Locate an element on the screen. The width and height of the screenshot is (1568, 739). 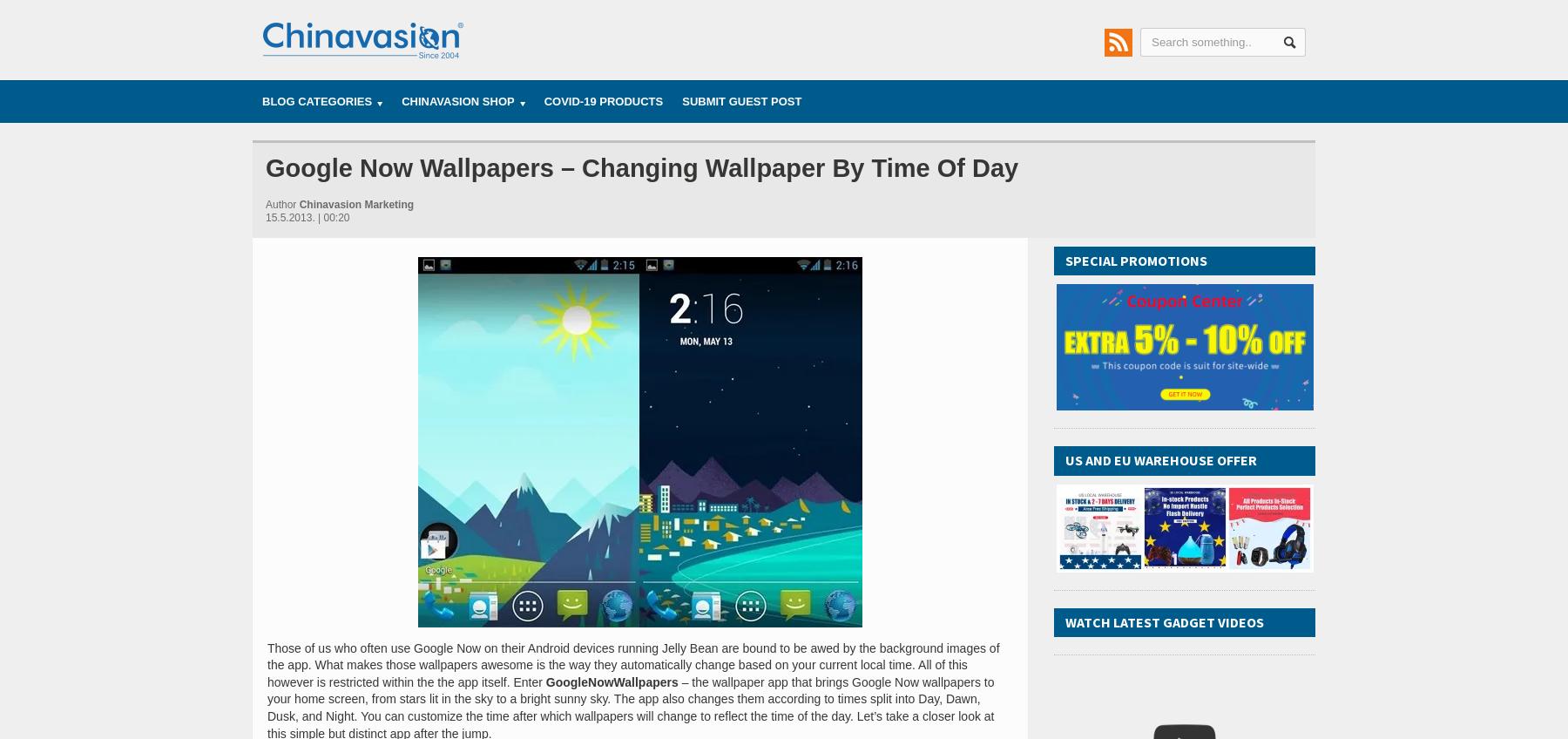
'Those of us who often use Google Now on their Android devices running Jelly Bean are bound to be awed by the background images of the app. What makes those wallpapers awesome is the way they automatically change based on your current local time. All of this however is restricted within the the app itself. Enter' is located at coordinates (267, 663).